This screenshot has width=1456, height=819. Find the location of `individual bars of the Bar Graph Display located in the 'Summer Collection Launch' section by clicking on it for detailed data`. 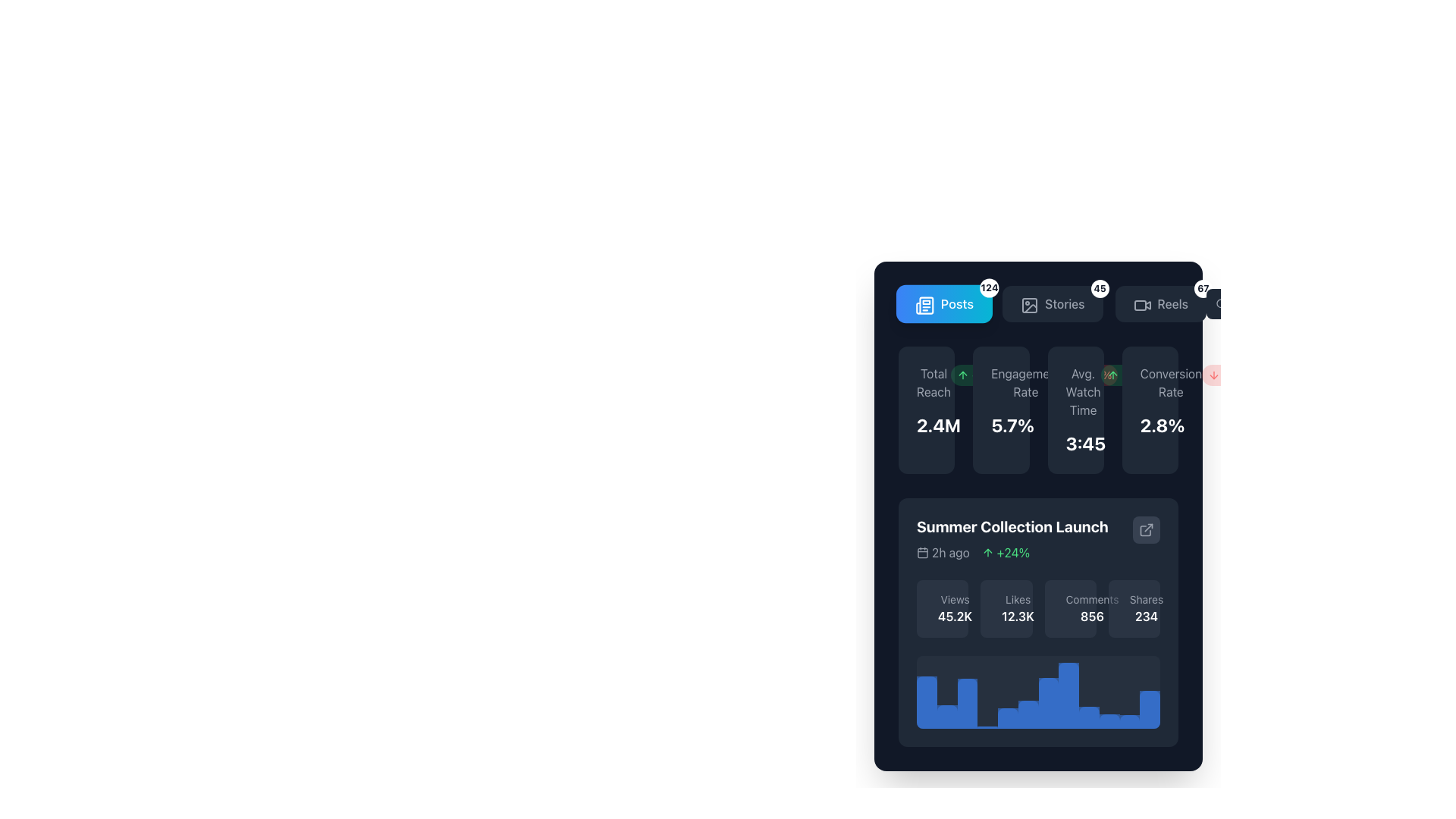

individual bars of the Bar Graph Display located in the 'Summer Collection Launch' section by clicking on it for detailed data is located at coordinates (1037, 692).